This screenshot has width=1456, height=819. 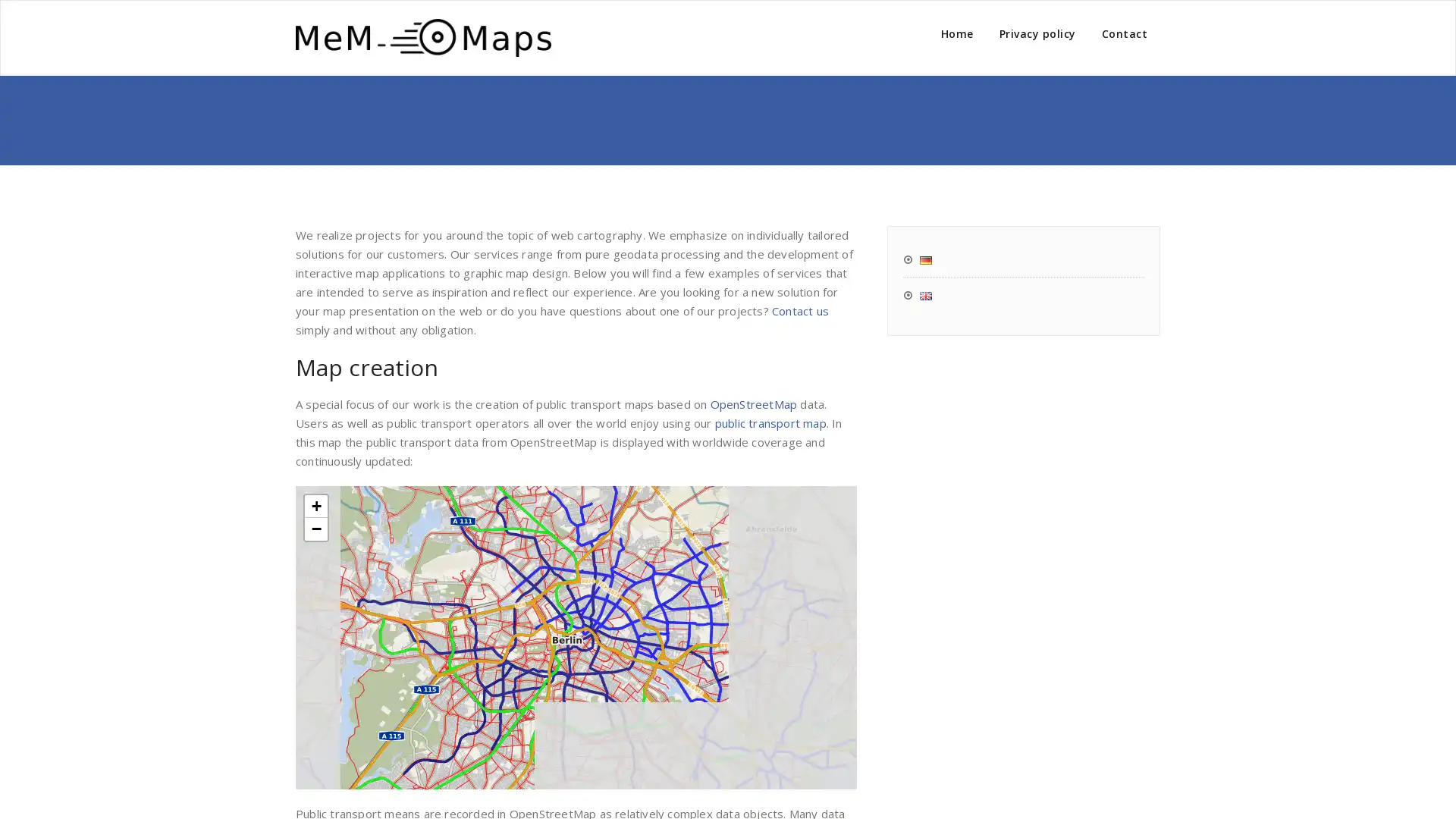 What do you see at coordinates (315, 506) in the screenshot?
I see `Zoom in` at bounding box center [315, 506].